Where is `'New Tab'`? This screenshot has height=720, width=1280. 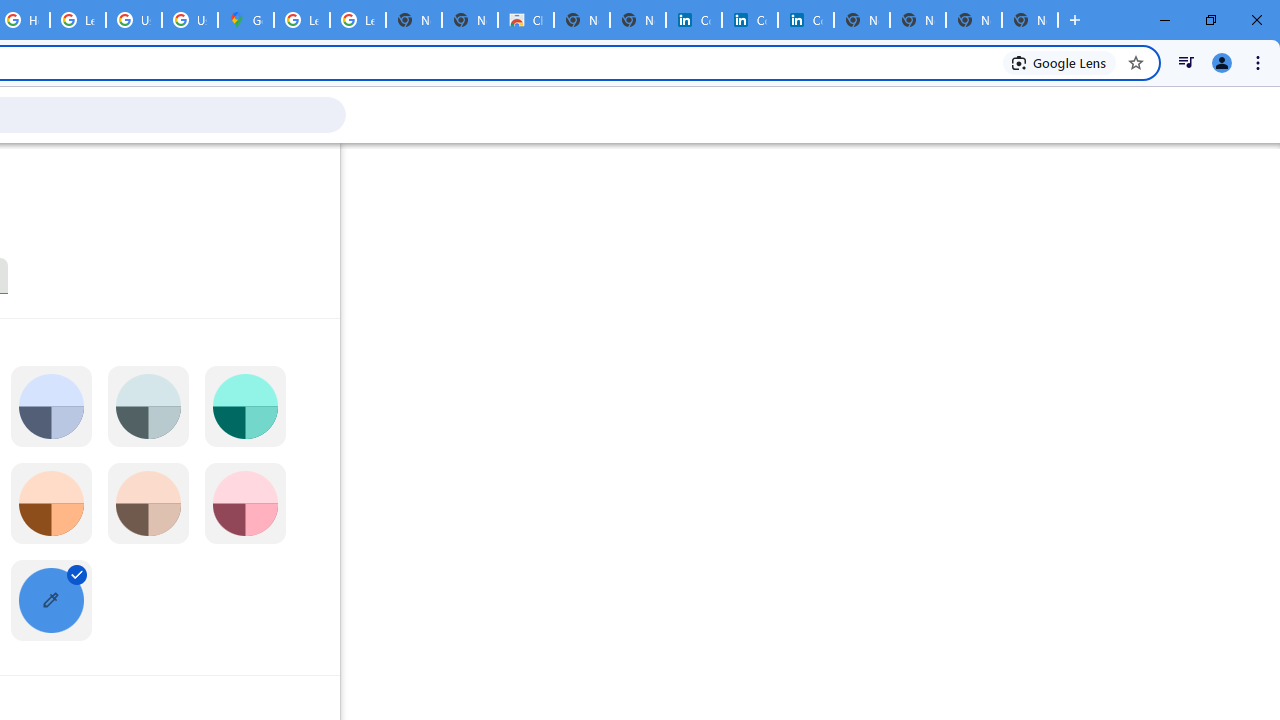
'New Tab' is located at coordinates (1030, 20).